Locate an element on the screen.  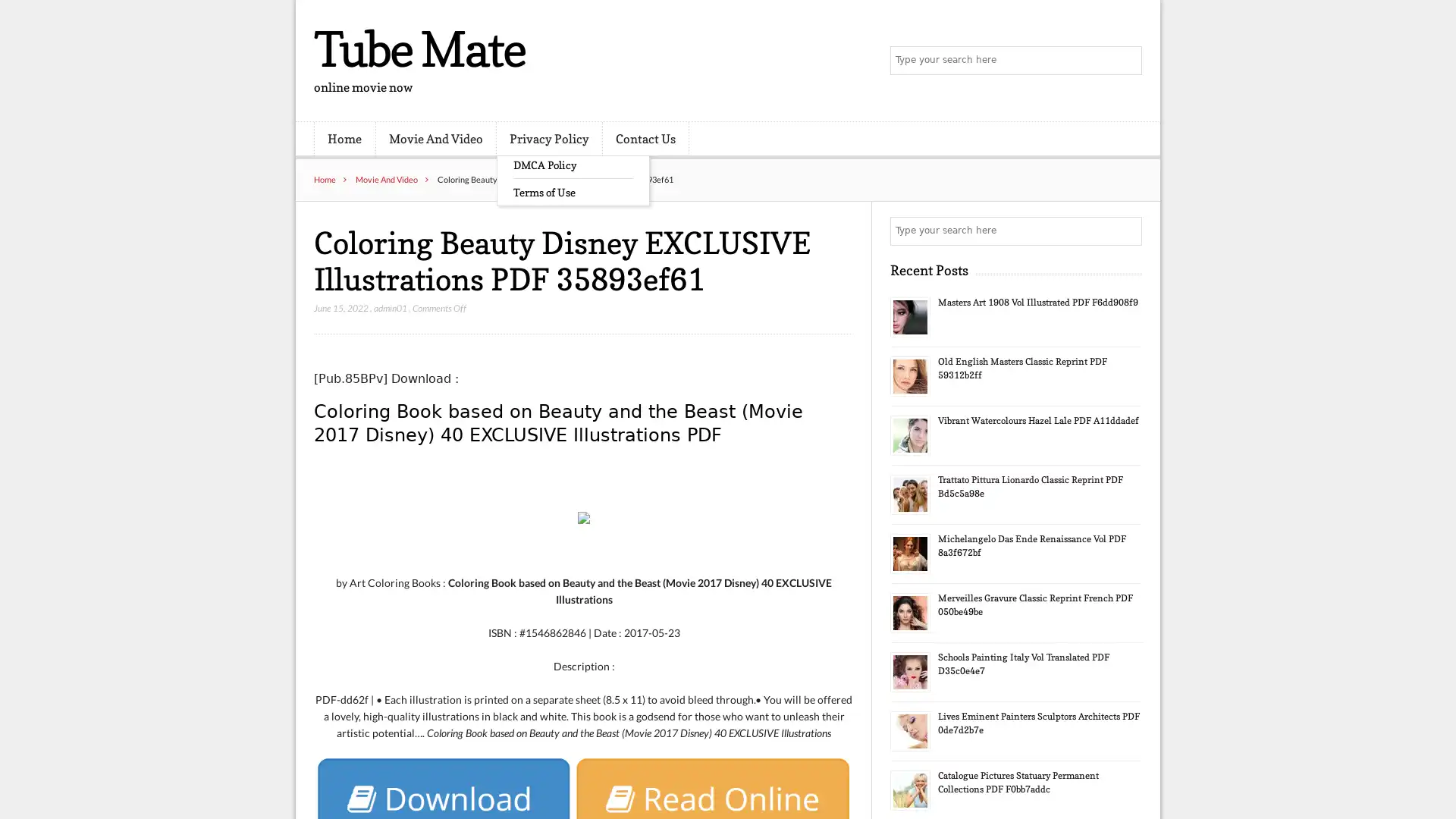
Search is located at coordinates (1126, 61).